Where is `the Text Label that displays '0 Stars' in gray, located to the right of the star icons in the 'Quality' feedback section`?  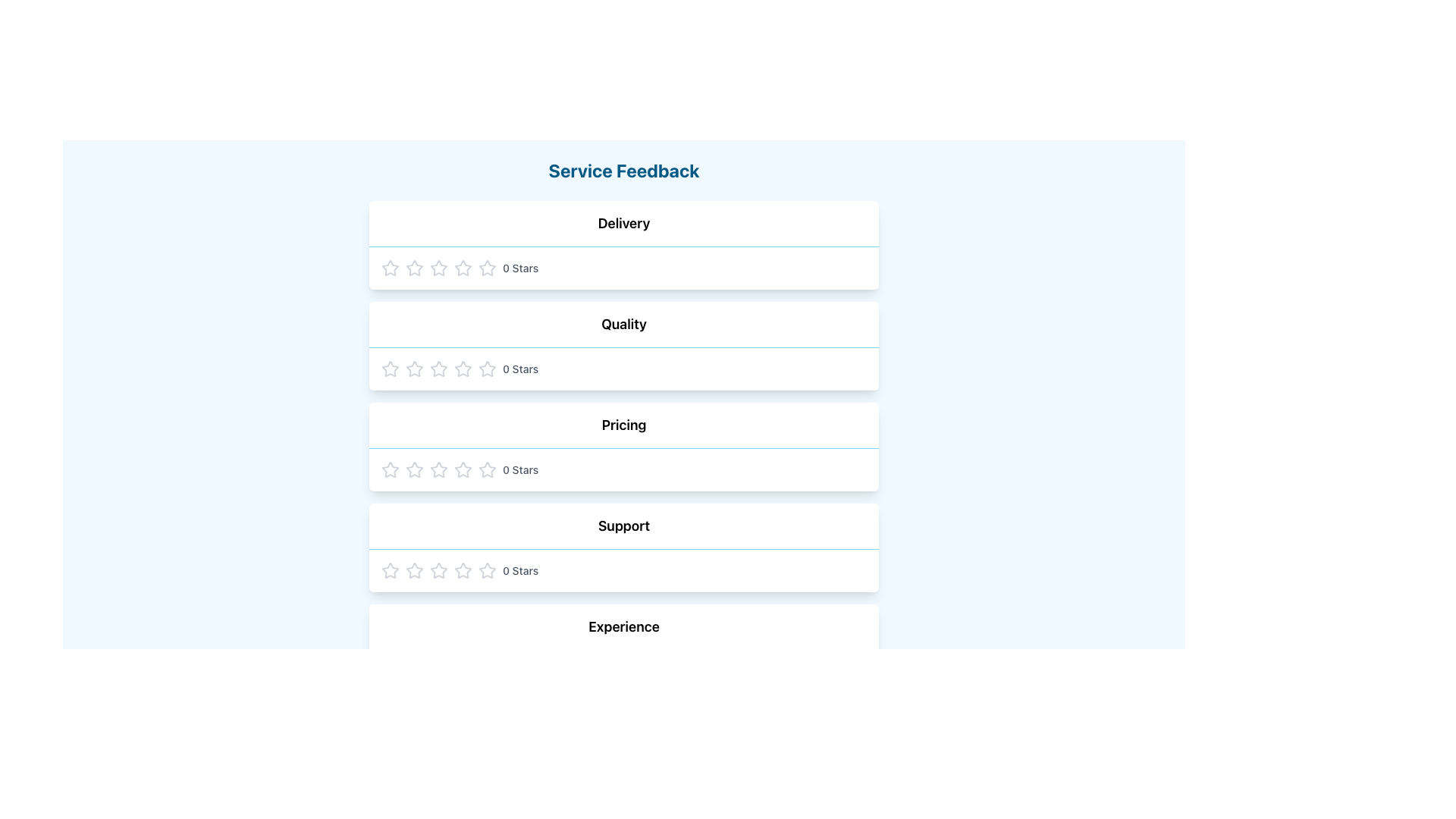
the Text Label that displays '0 Stars' in gray, located to the right of the star icons in the 'Quality' feedback section is located at coordinates (520, 369).